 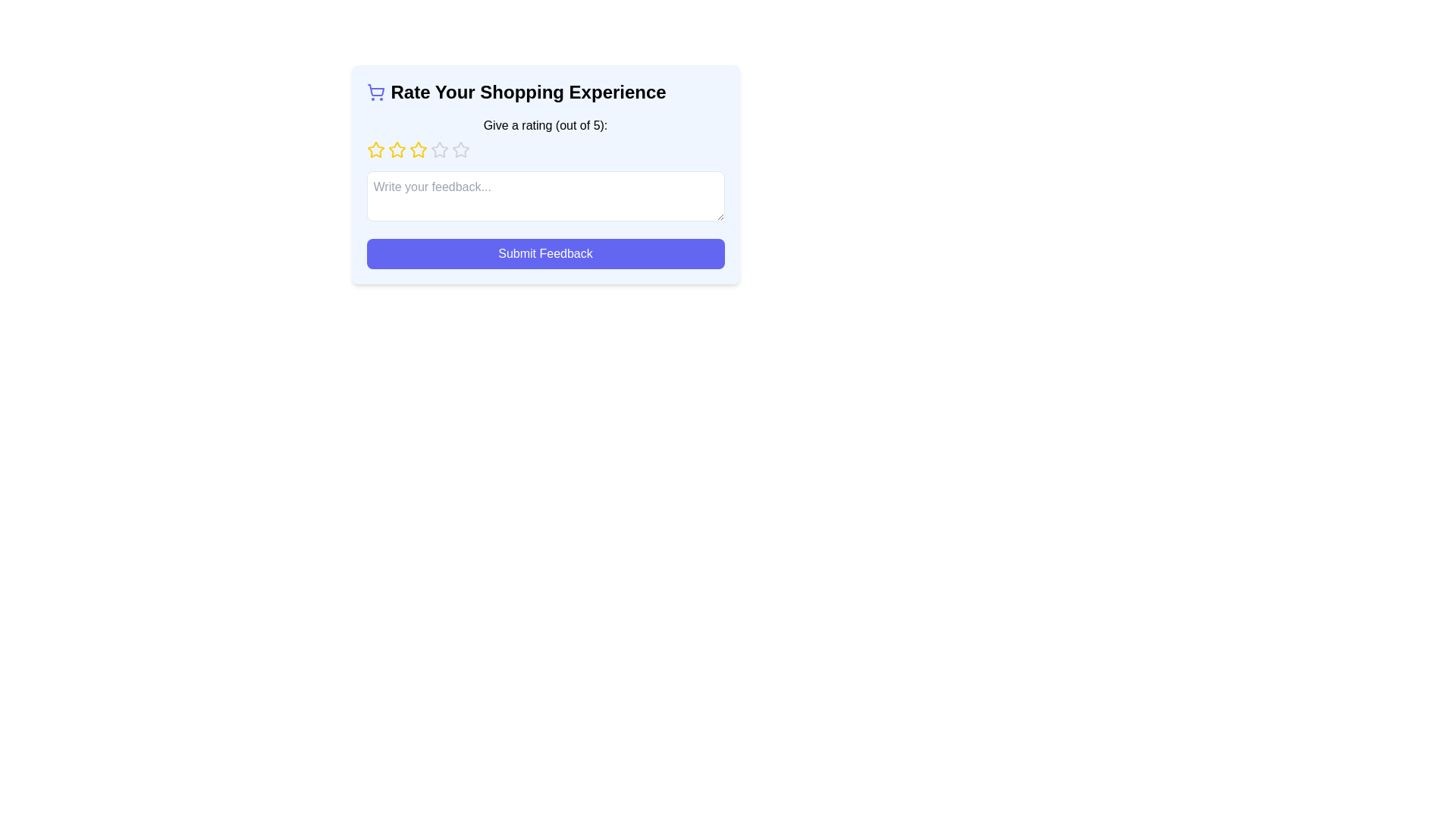 What do you see at coordinates (460, 149) in the screenshot?
I see `the fourth star icon in the rating component` at bounding box center [460, 149].